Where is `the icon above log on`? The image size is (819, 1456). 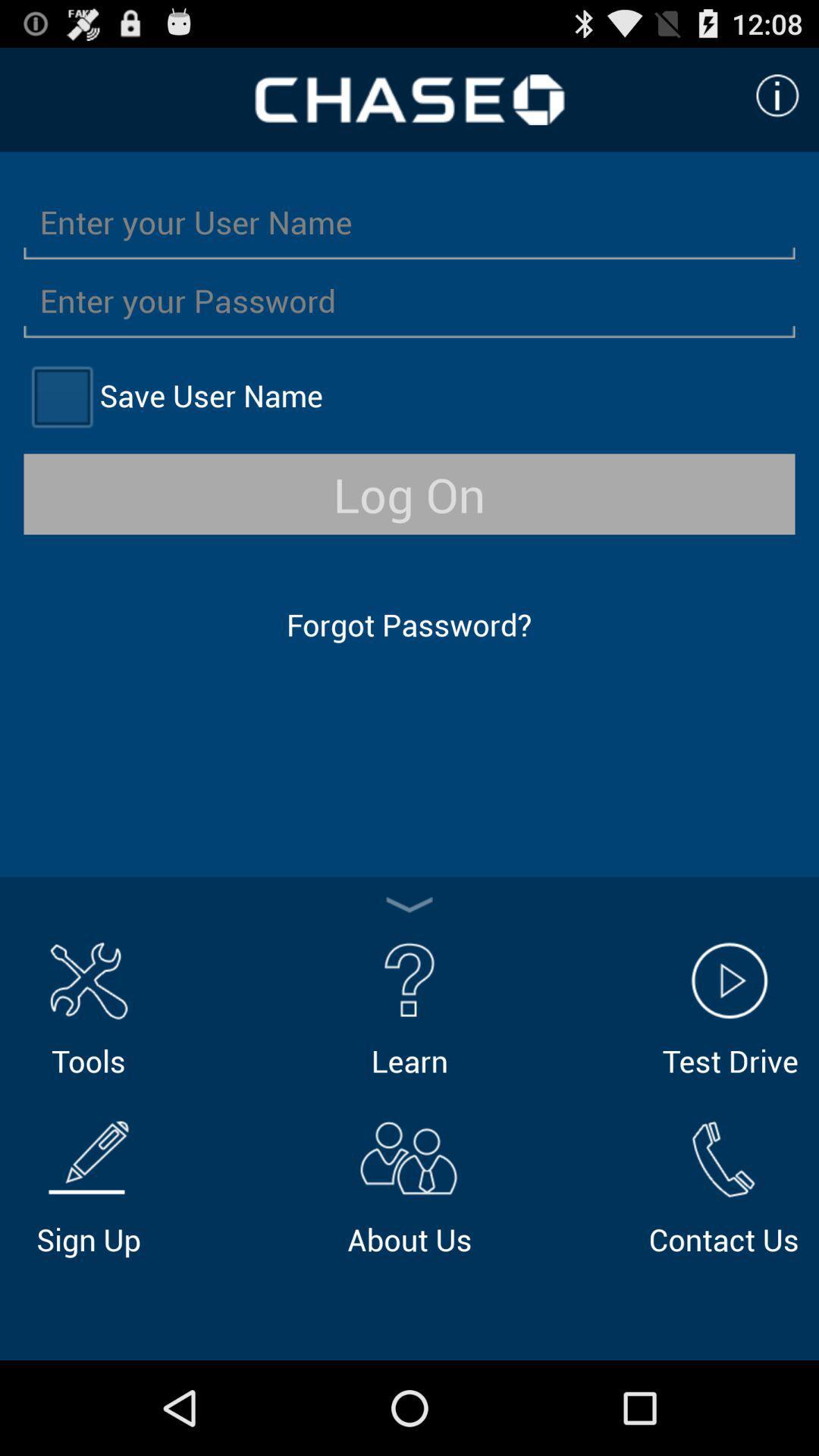 the icon above log on is located at coordinates (61, 396).